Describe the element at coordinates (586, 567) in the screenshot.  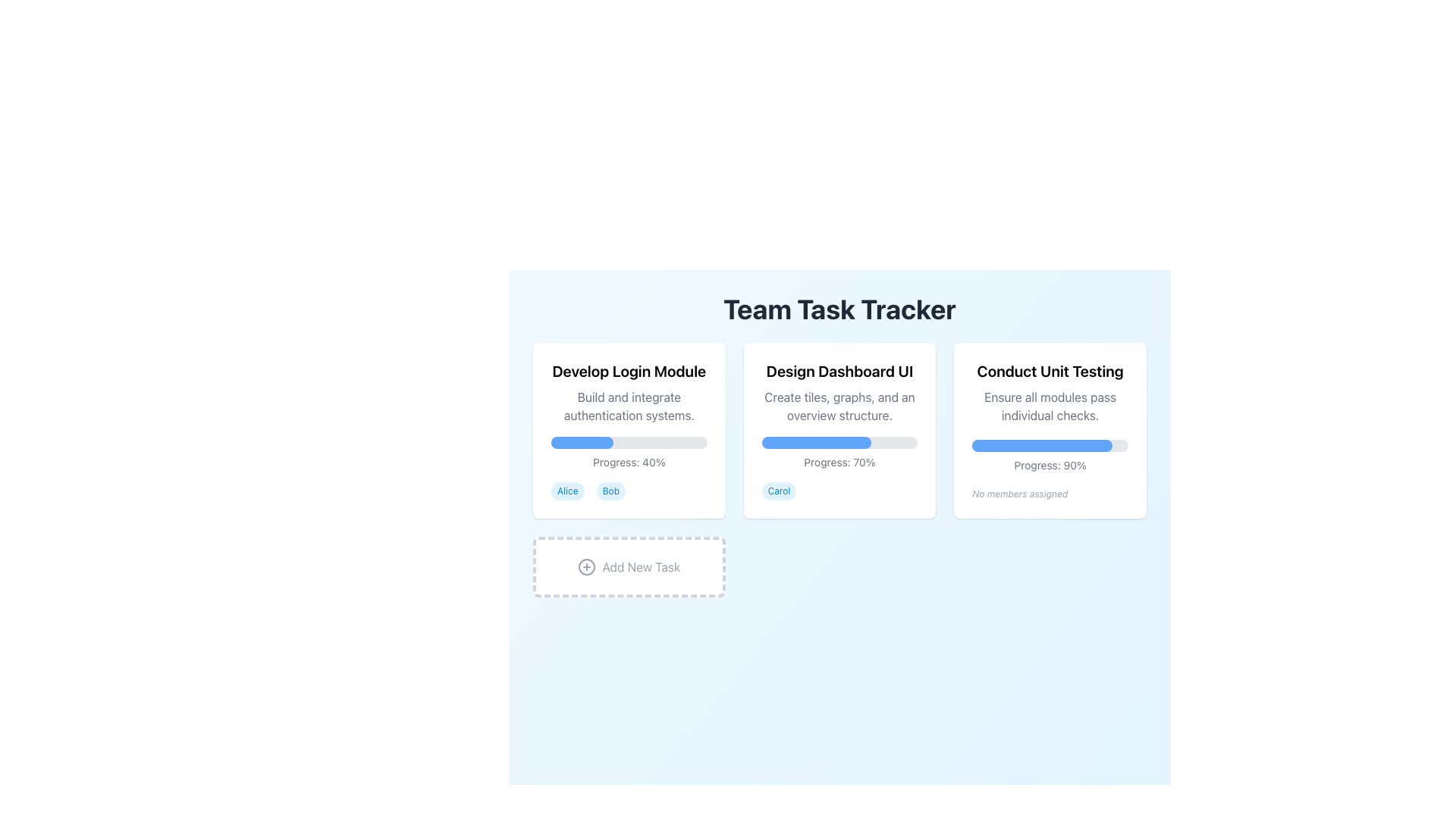
I see `the circular '+' icon button within the 'Add New Task' box` at that location.